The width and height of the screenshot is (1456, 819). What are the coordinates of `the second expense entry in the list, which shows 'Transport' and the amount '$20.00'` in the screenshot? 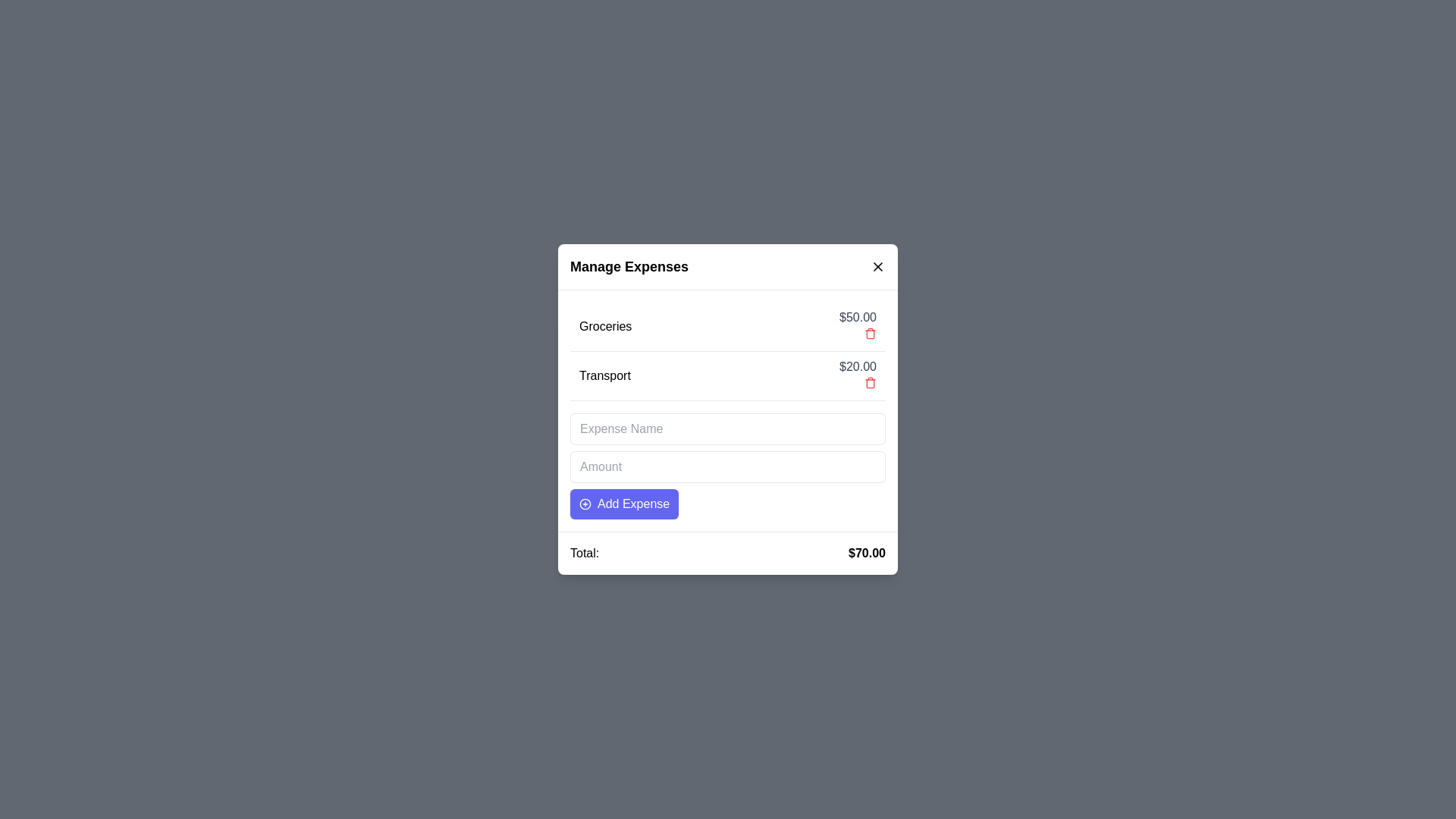 It's located at (728, 375).